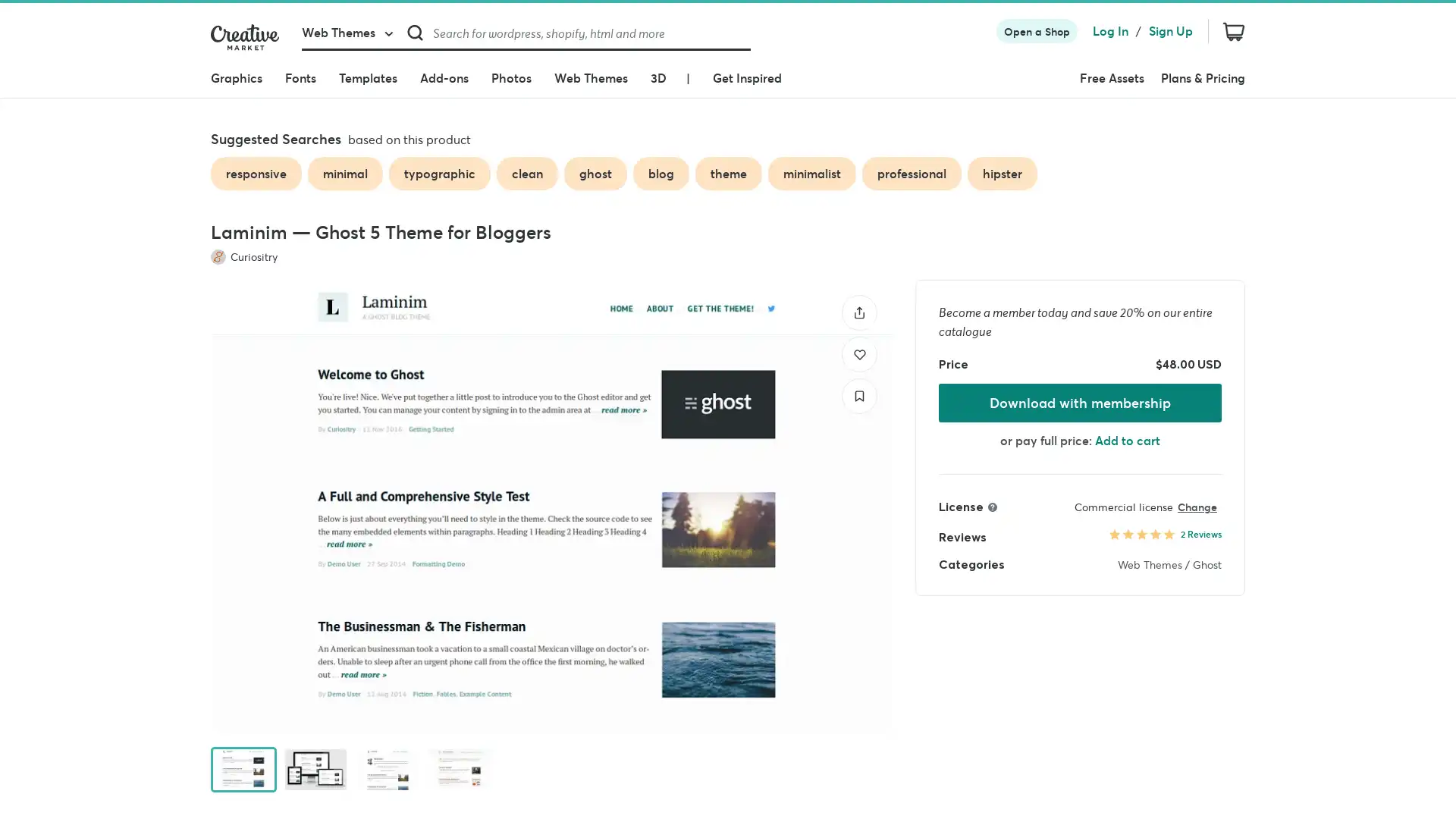  What do you see at coordinates (1202, 78) in the screenshot?
I see `Plans & Pricing` at bounding box center [1202, 78].